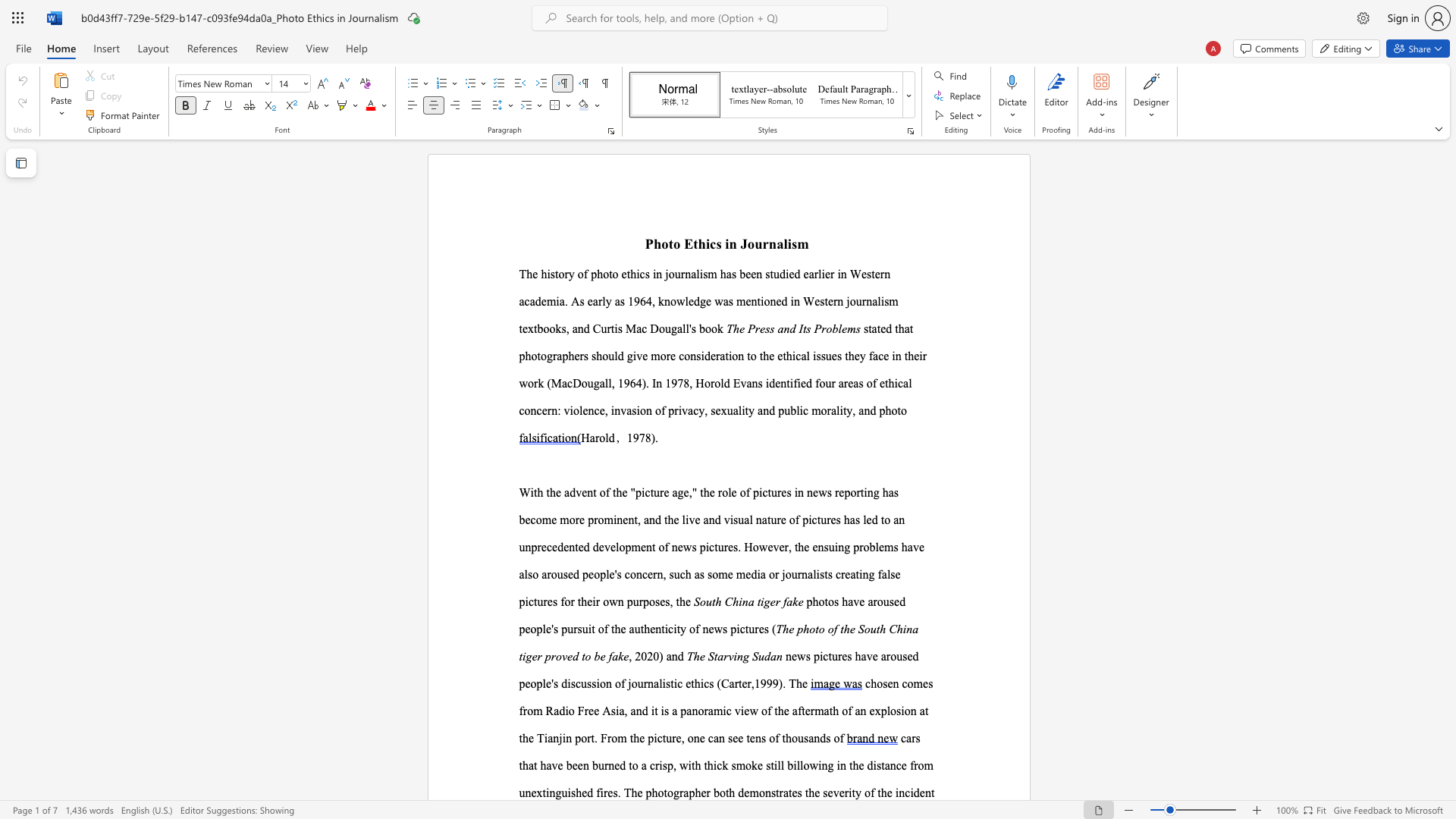  I want to click on the subset text "c eth" within the text "news pictures have aroused people", so click(676, 683).